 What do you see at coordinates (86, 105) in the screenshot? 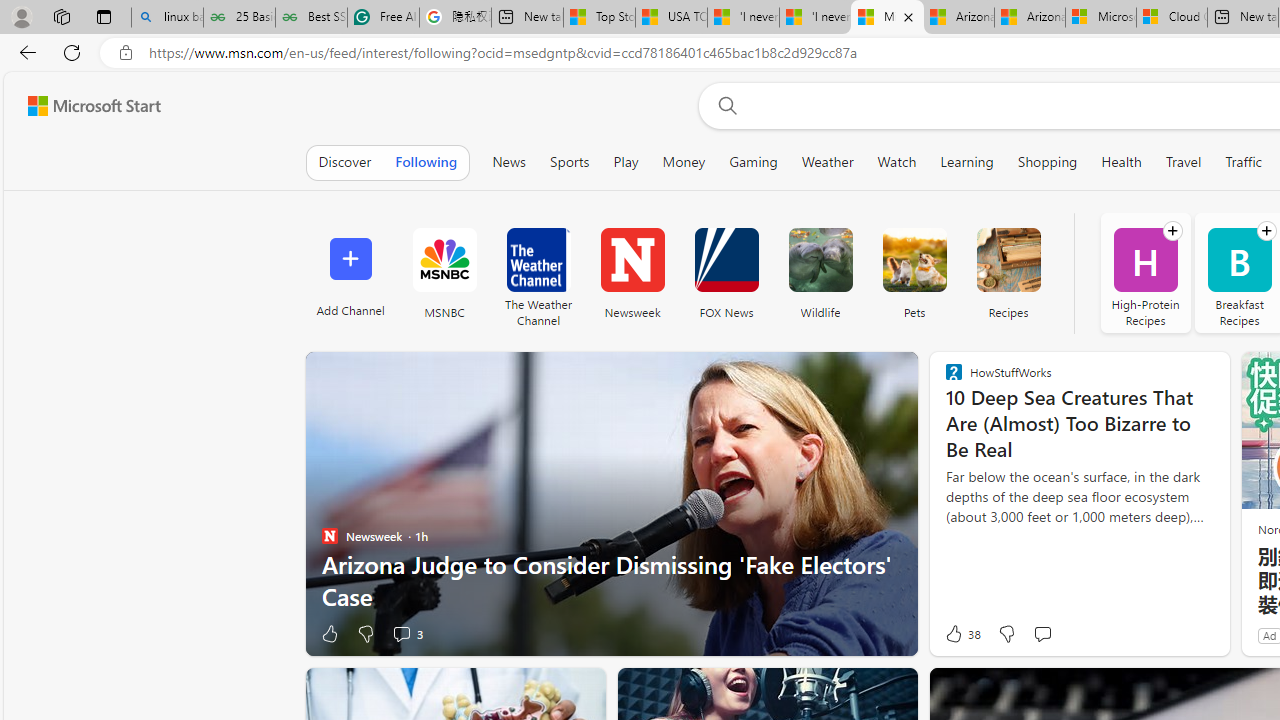
I see `'Skip to content'` at bounding box center [86, 105].